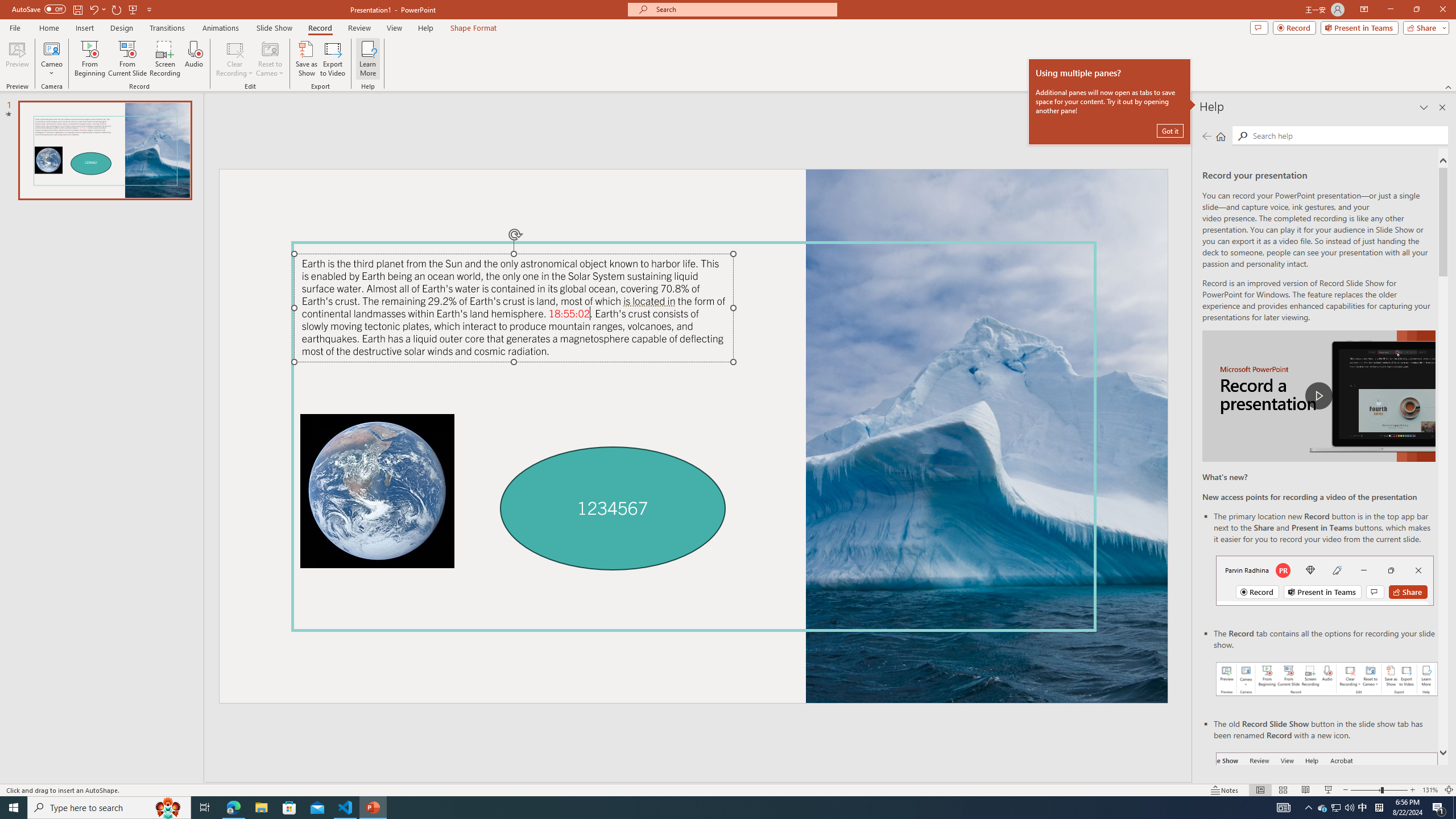 The height and width of the screenshot is (819, 1456). What do you see at coordinates (1318, 396) in the screenshot?
I see `'play Record a Presentation'` at bounding box center [1318, 396].